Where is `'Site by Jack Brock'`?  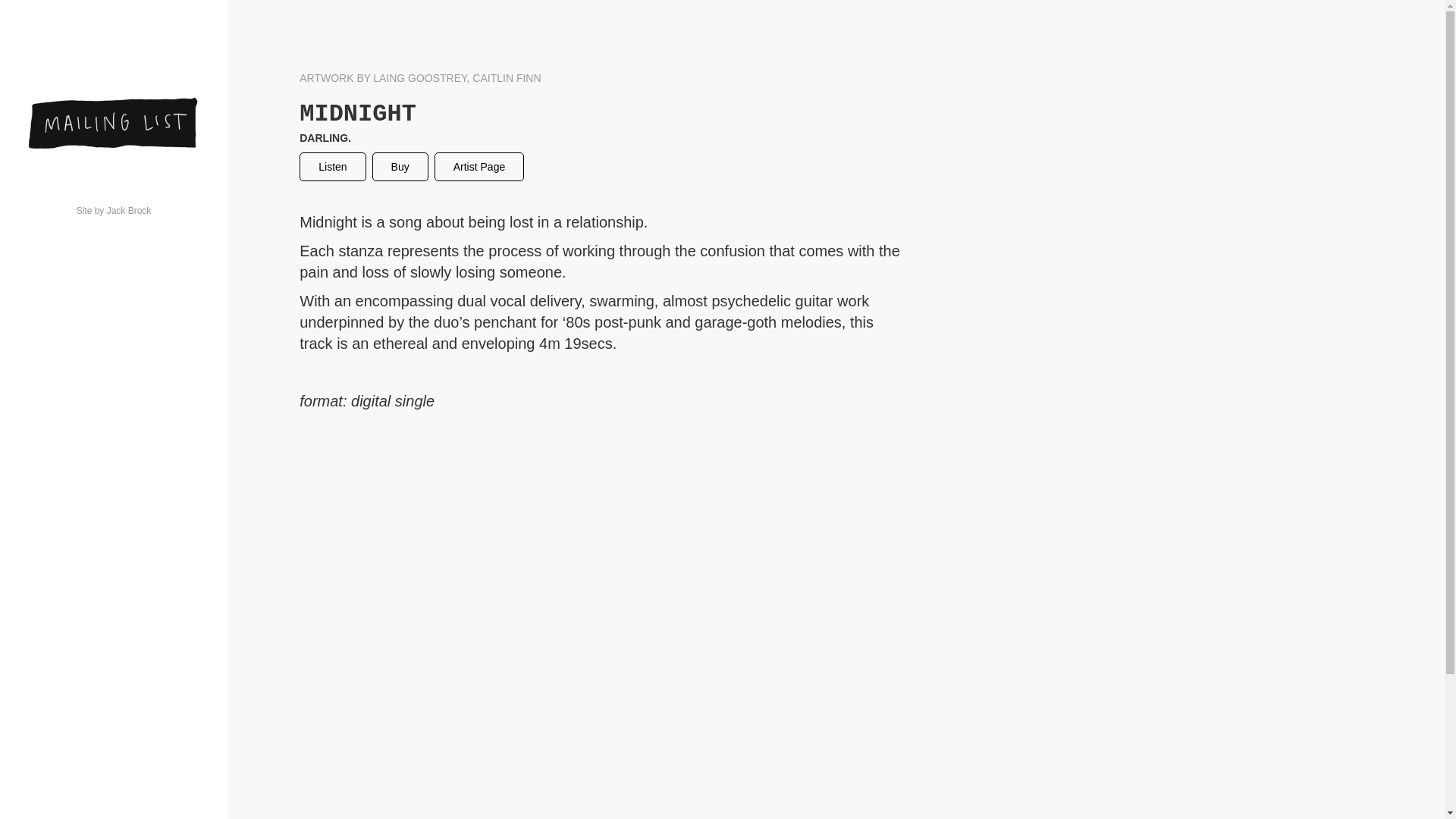
'Site by Jack Brock' is located at coordinates (24, 210).